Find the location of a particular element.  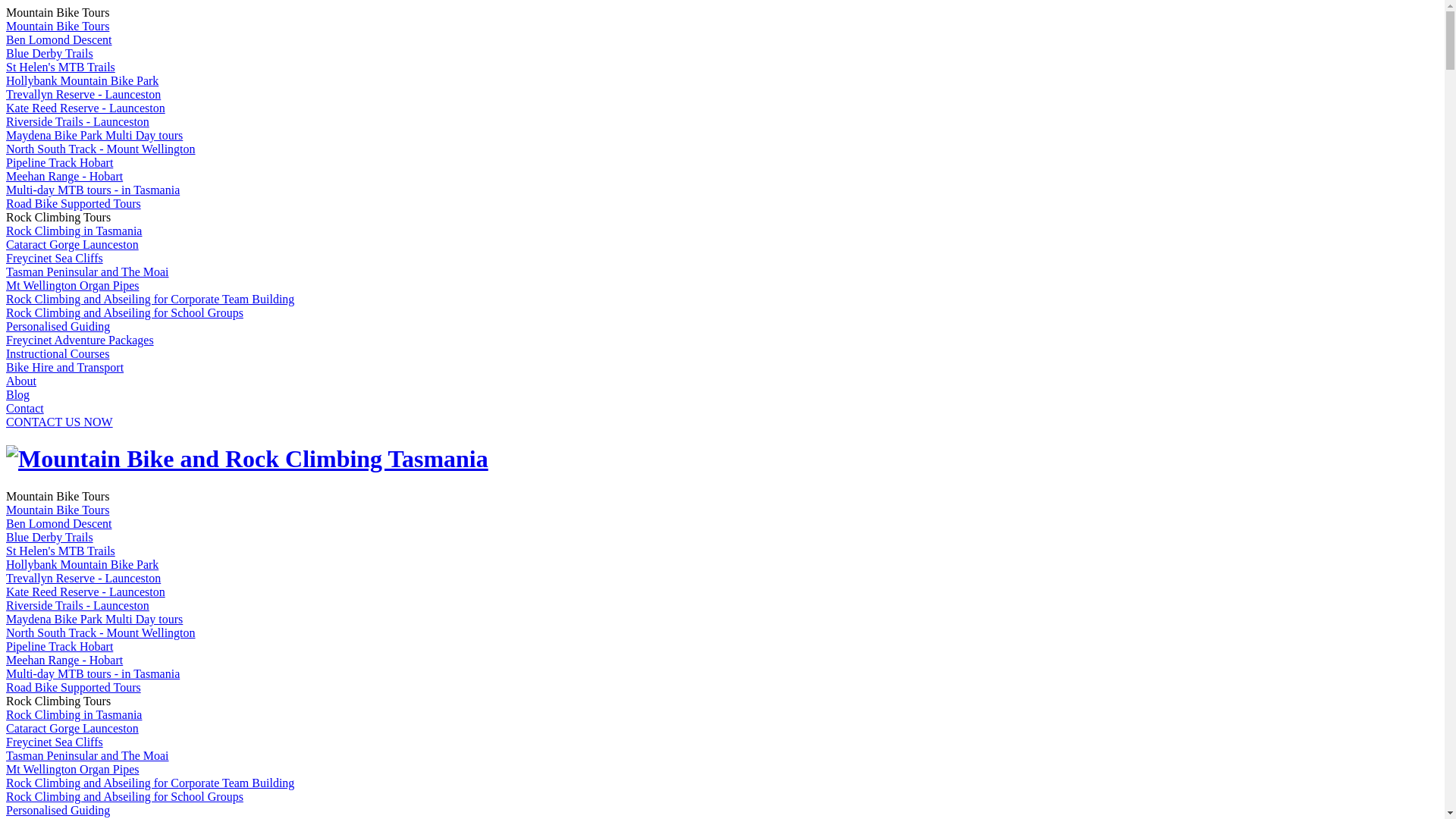

'Freycinet Sea Cliffs' is located at coordinates (55, 257).